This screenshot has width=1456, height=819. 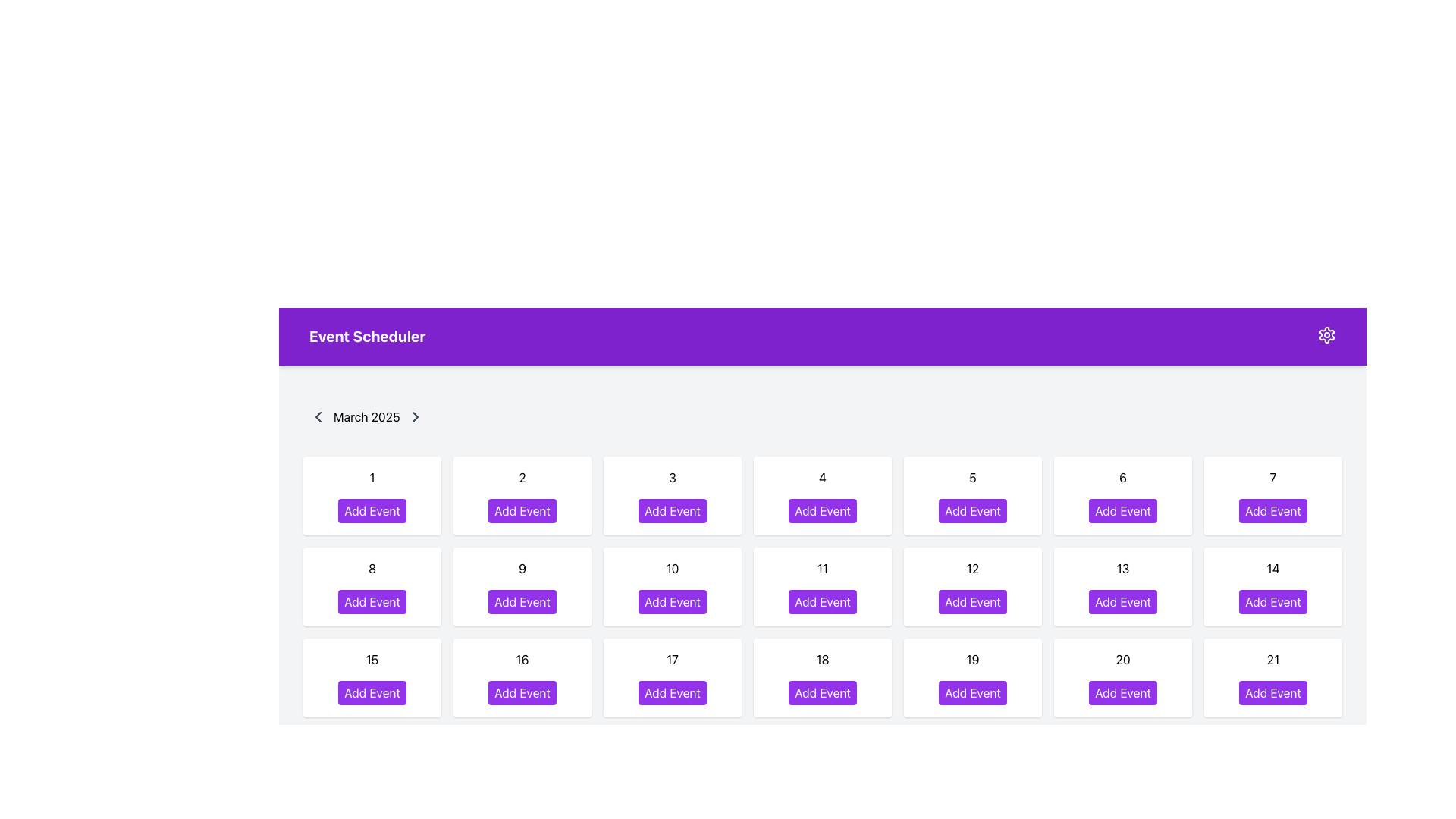 I want to click on the left-facing chevron icon button located at the leftmost side of the horizontal bar displaying 'March 2025', so click(x=318, y=417).